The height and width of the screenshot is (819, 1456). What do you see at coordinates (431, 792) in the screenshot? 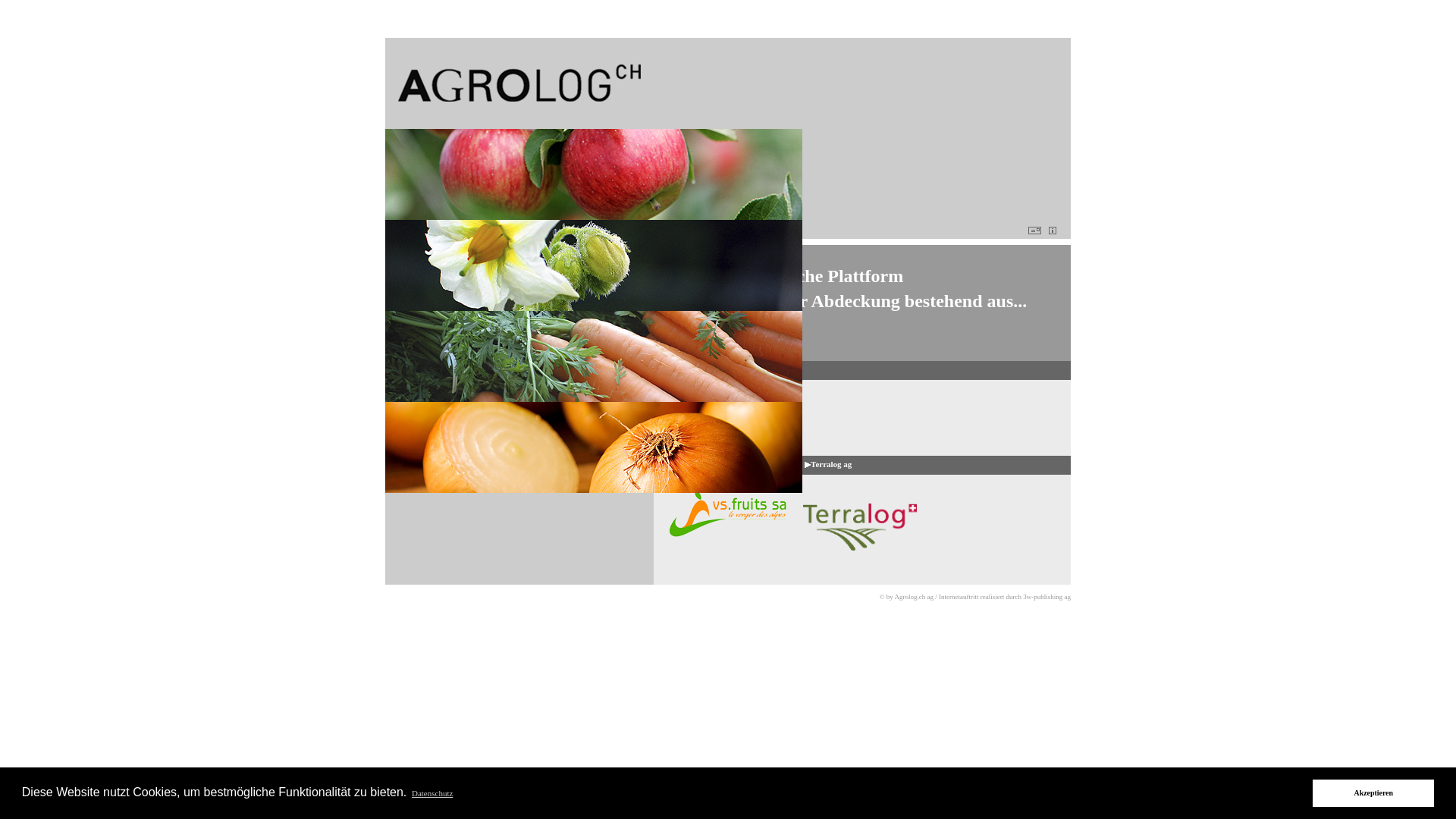
I see `'Datenschutz'` at bounding box center [431, 792].